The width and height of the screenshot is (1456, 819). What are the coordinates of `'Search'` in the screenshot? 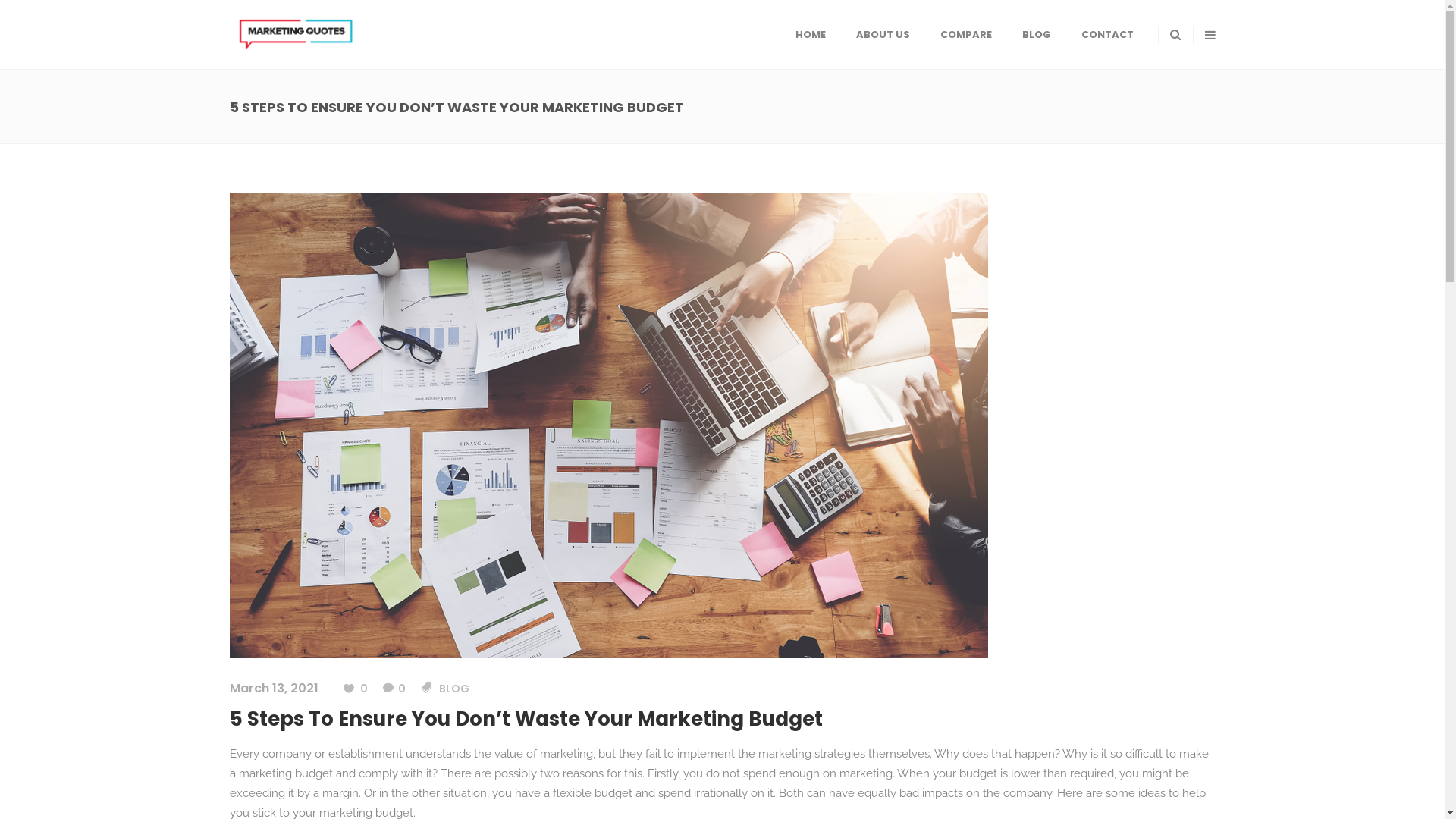 It's located at (1149, 93).